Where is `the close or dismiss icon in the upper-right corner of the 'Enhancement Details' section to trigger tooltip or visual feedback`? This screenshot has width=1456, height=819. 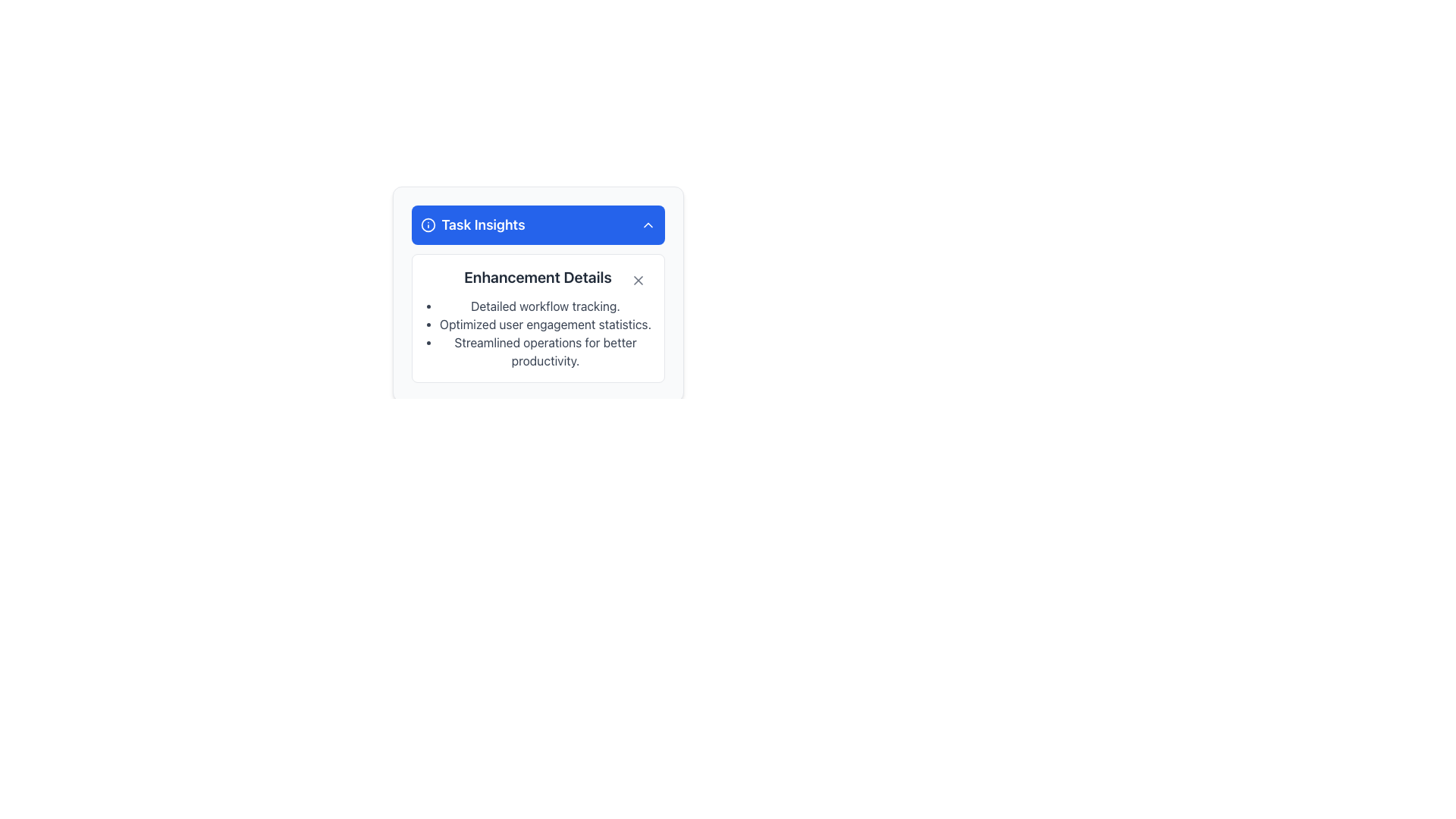
the close or dismiss icon in the upper-right corner of the 'Enhancement Details' section to trigger tooltip or visual feedback is located at coordinates (638, 281).